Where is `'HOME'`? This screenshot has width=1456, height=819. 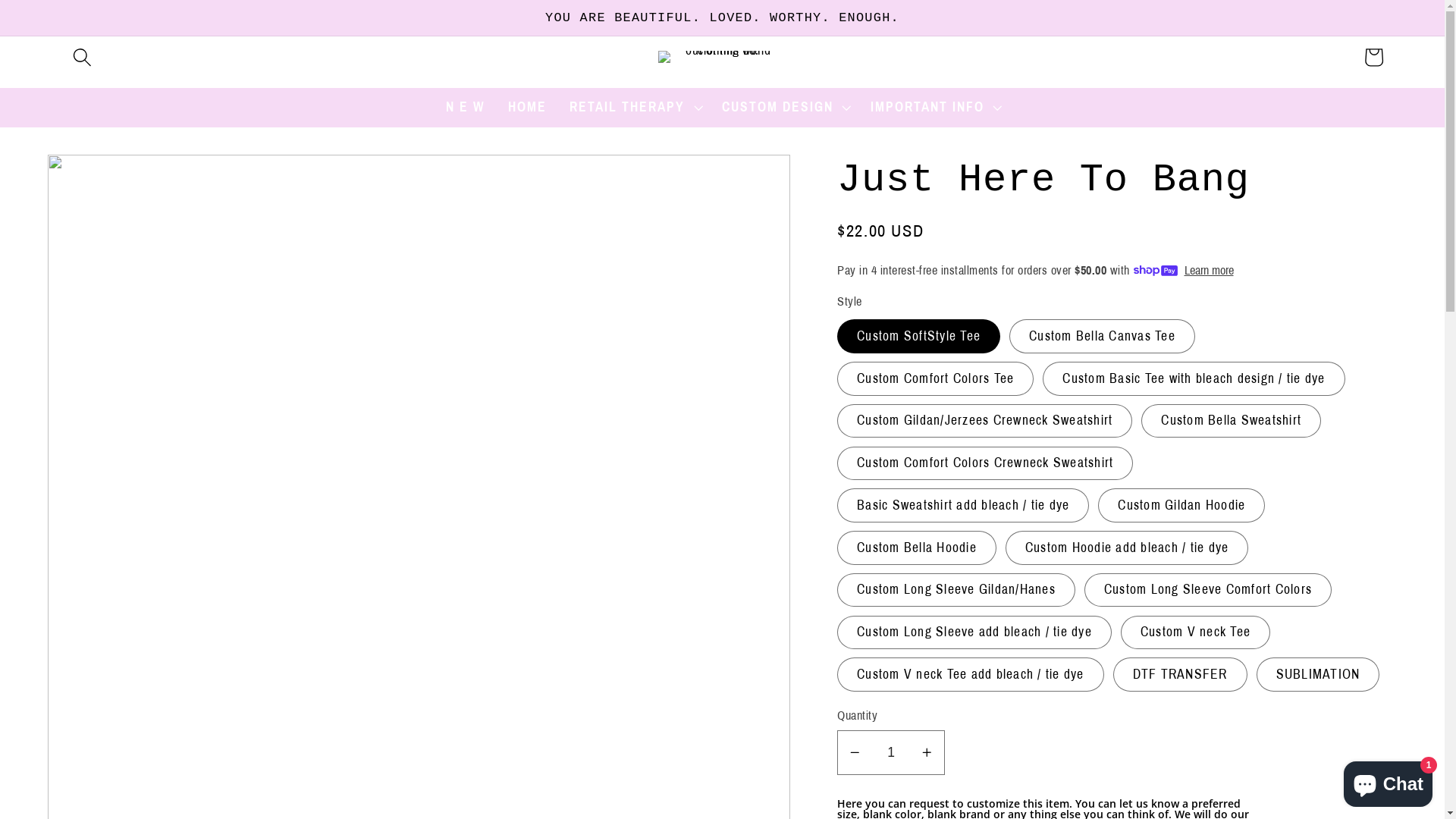
'HOME' is located at coordinates (527, 107).